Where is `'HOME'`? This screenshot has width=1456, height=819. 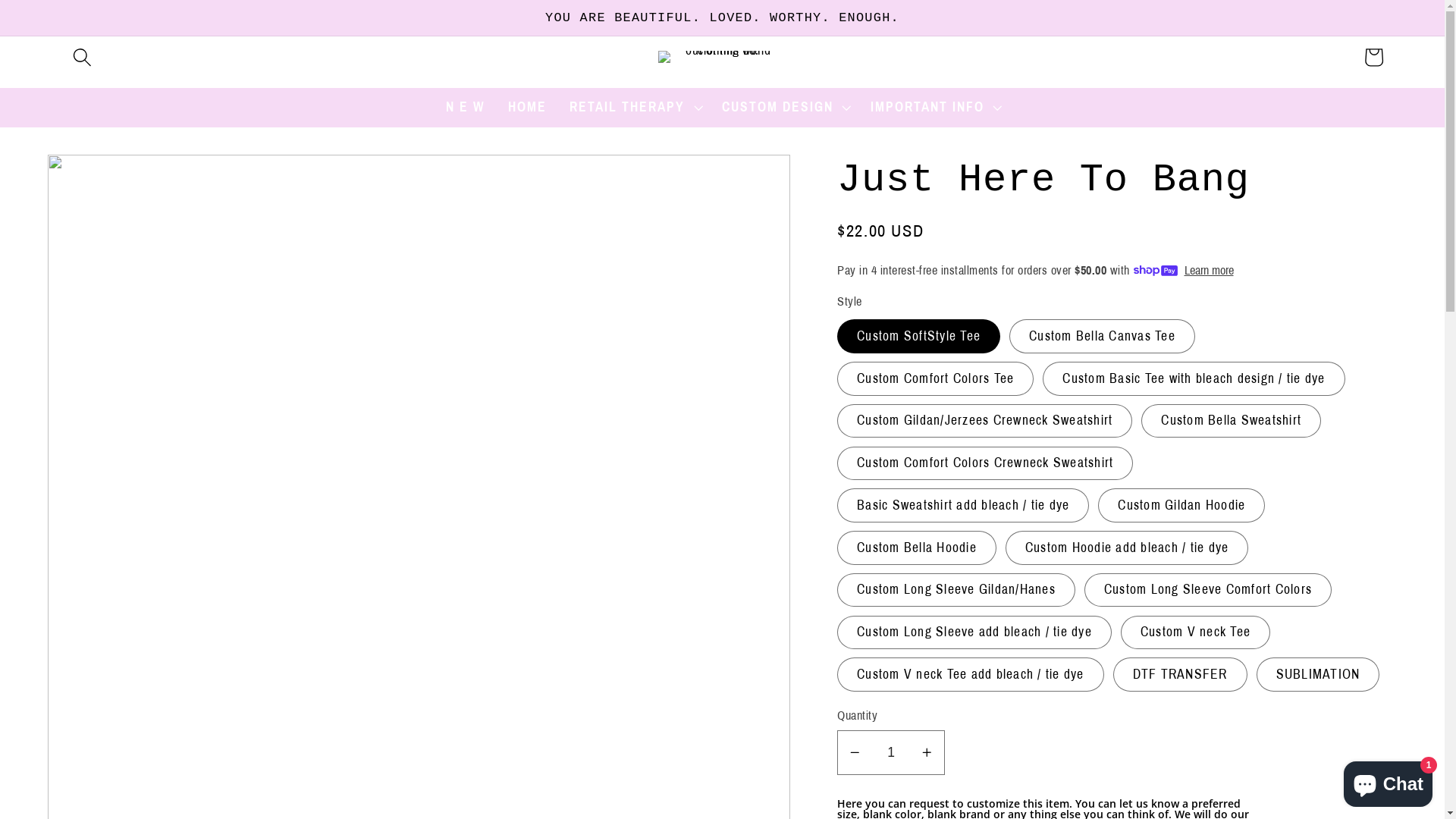
'HOME' is located at coordinates (527, 107).